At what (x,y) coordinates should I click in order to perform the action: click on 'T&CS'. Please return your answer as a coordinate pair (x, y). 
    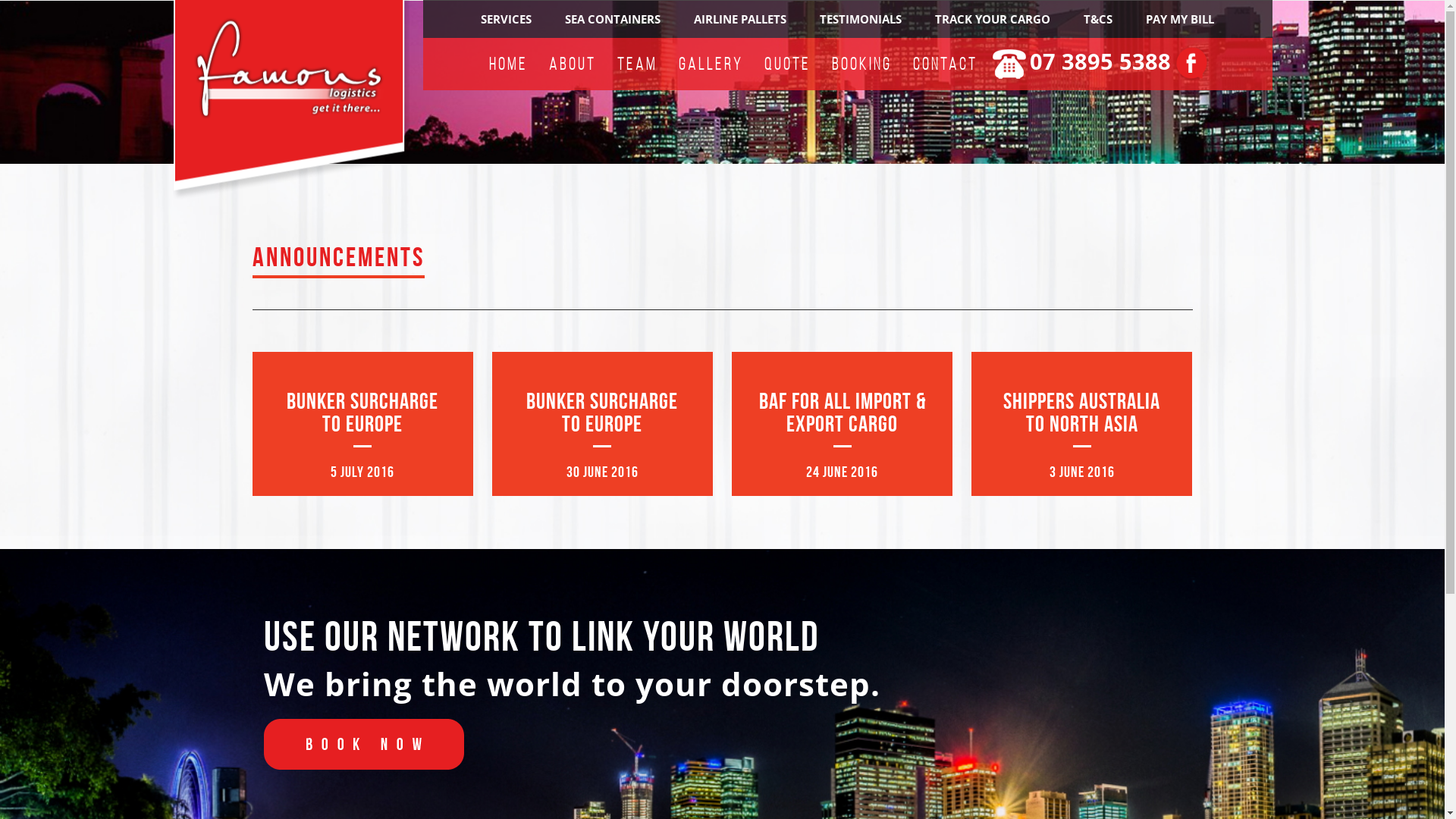
    Looking at the image, I should click on (1098, 18).